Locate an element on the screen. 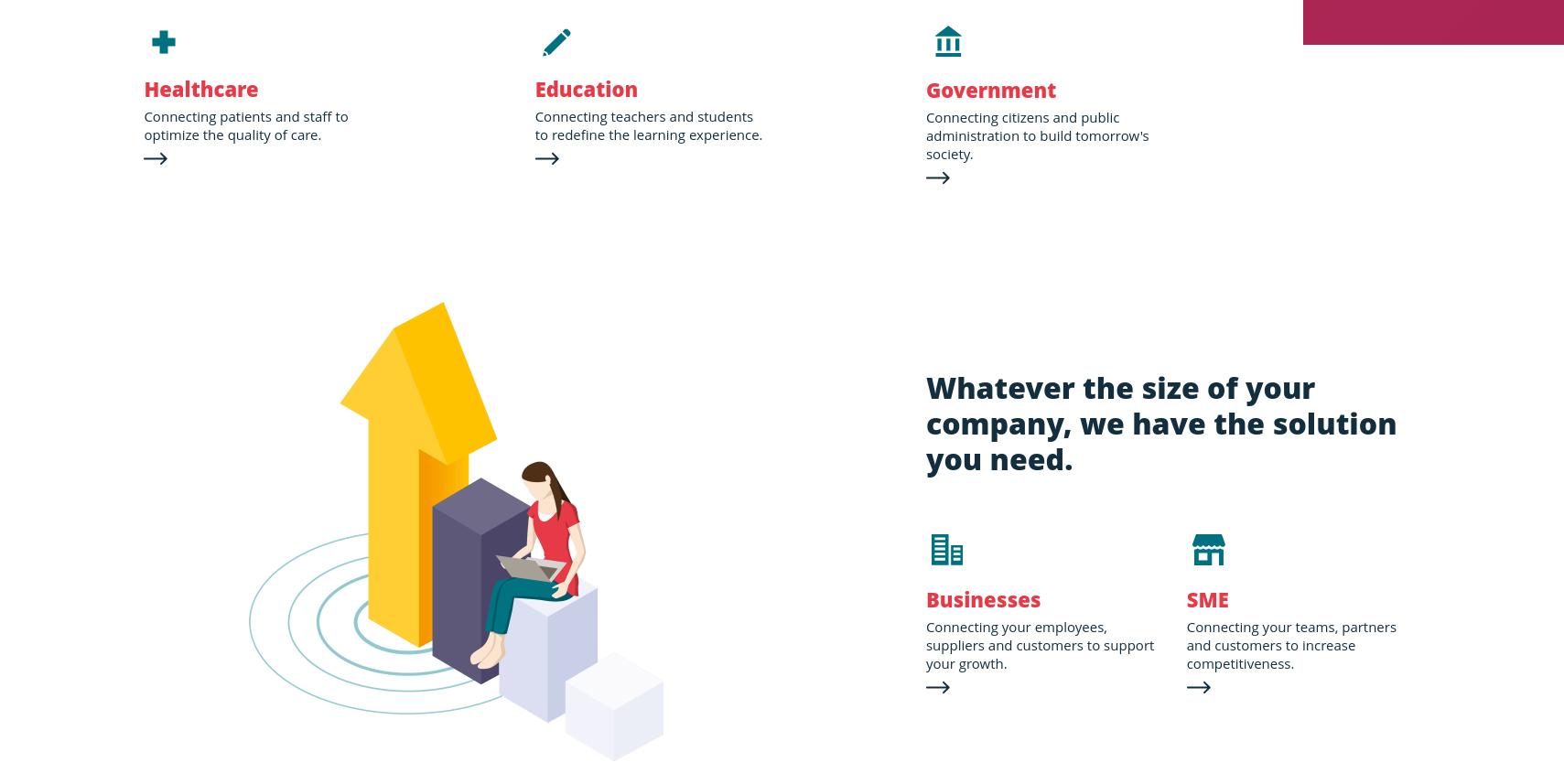 The image size is (1564, 784). 'Connecting citizens and public administration to build tomorrow's society.' is located at coordinates (925, 134).